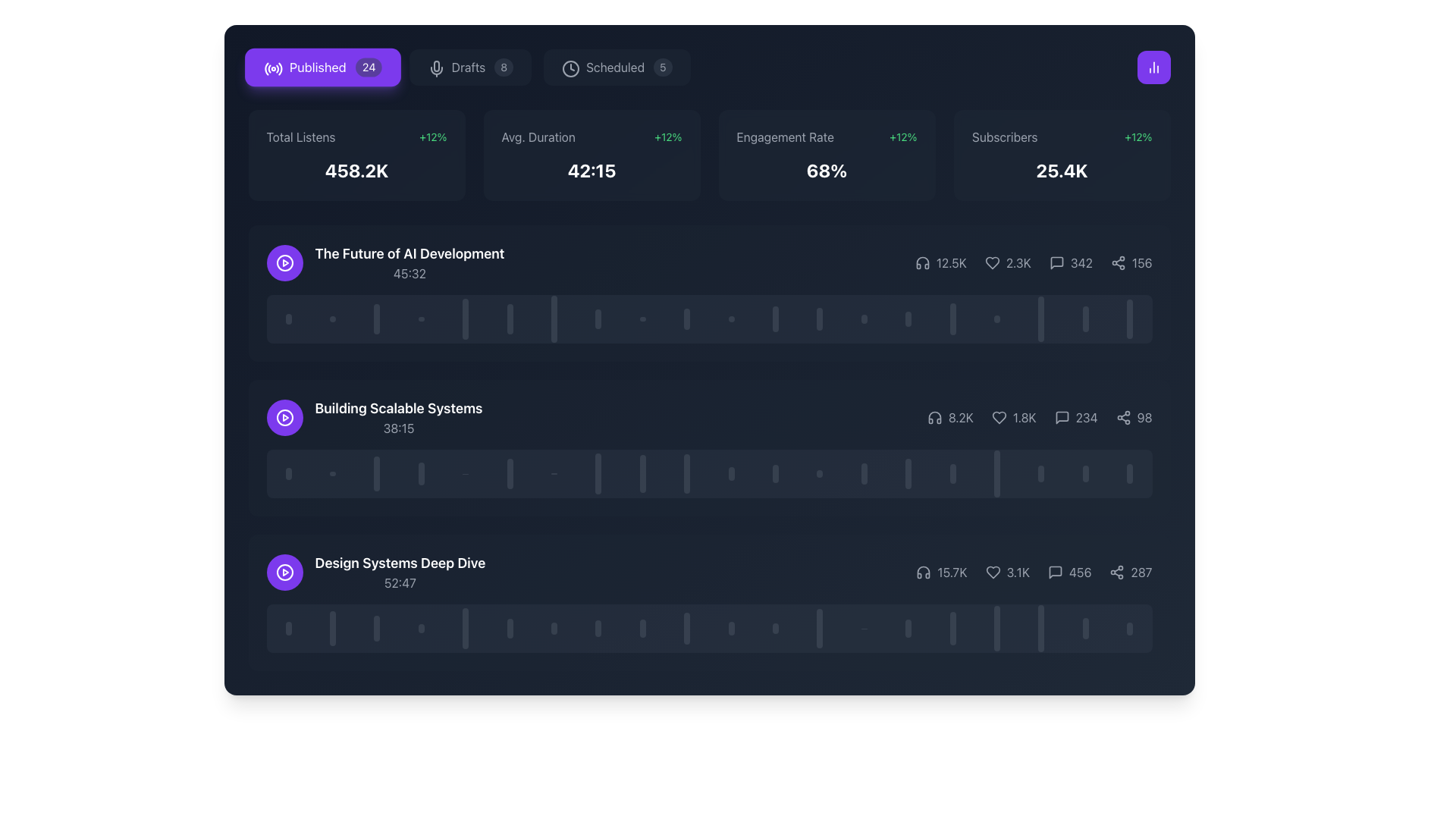 Image resolution: width=1456 pixels, height=819 pixels. Describe the element at coordinates (434, 66) in the screenshot. I see `the microphone icon located in the navigation bar next to the 'Drafts' text` at that location.